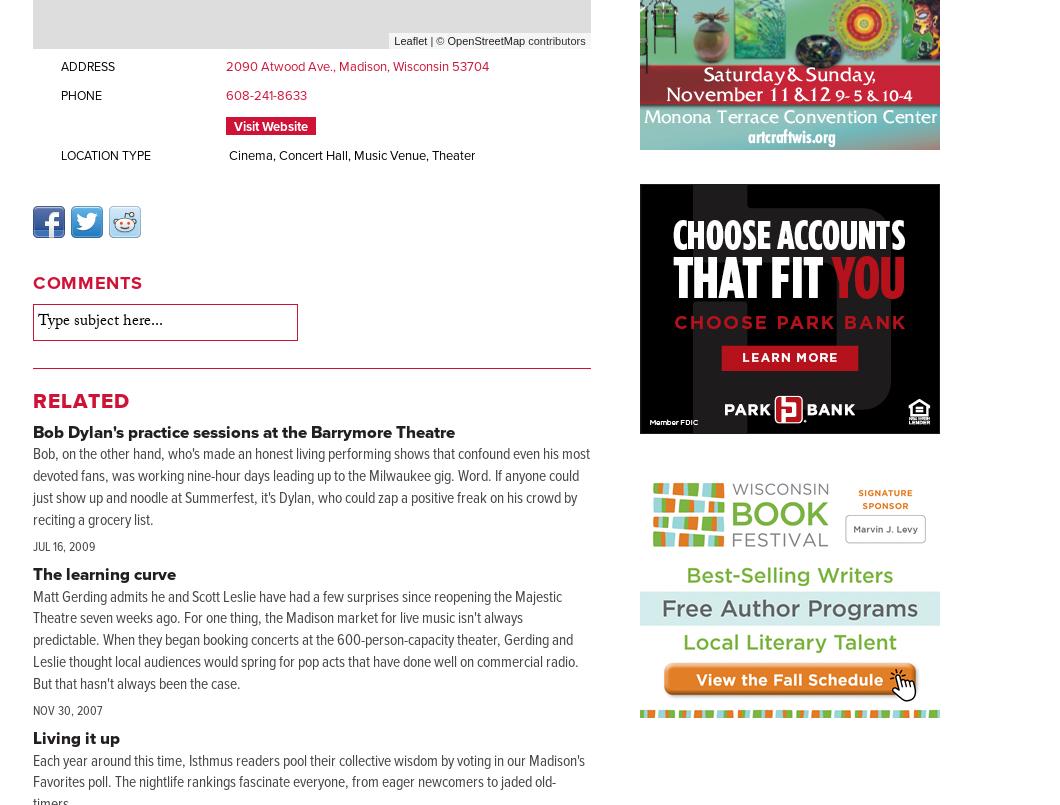 Image resolution: width=1060 pixels, height=805 pixels. What do you see at coordinates (452, 156) in the screenshot?
I see `'Theater'` at bounding box center [452, 156].